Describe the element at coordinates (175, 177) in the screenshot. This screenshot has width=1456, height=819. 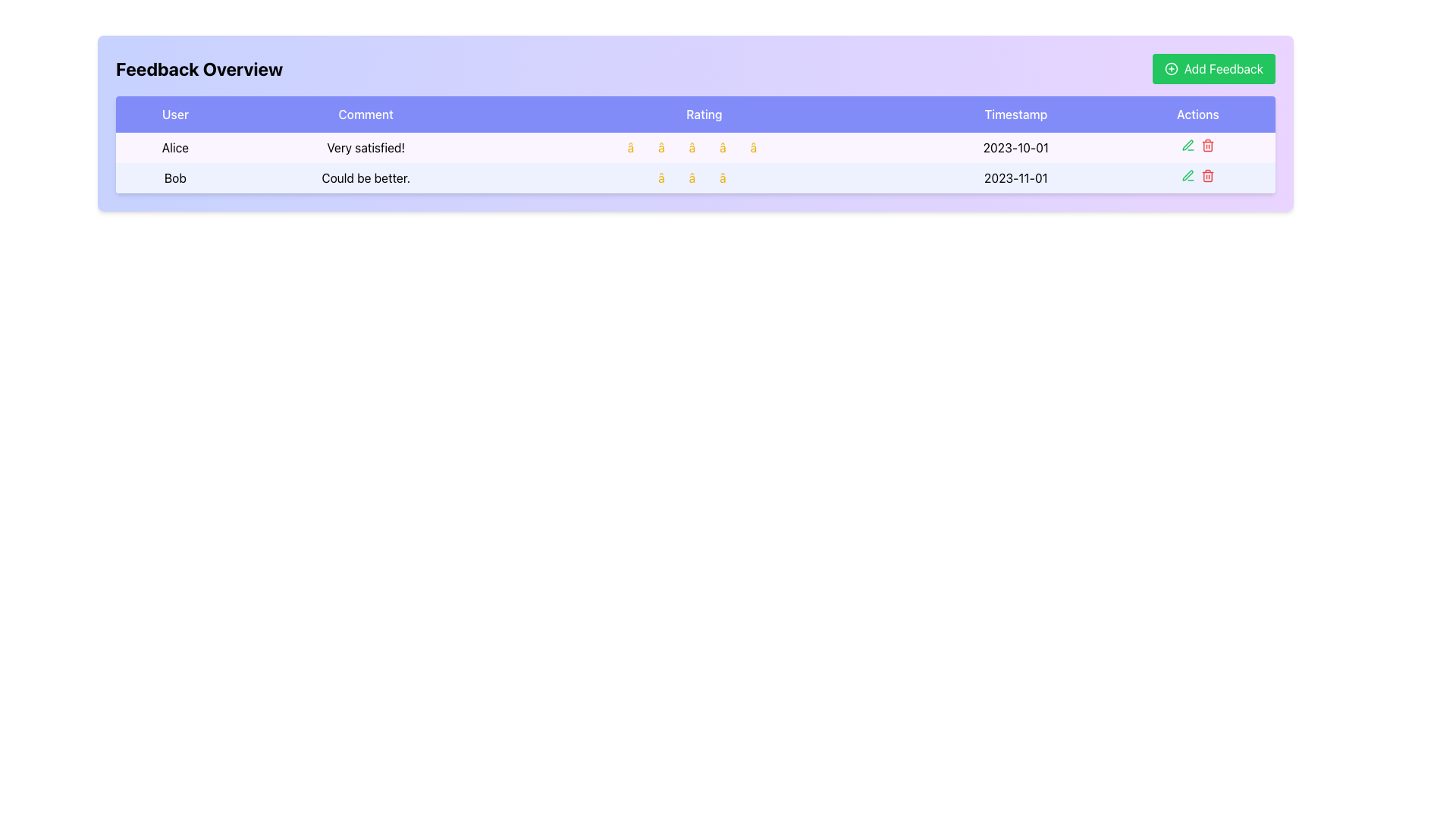
I see `displayed text from the text label that shows 'Bob' in bold style, located in the second row of the table under the 'User' column` at that location.